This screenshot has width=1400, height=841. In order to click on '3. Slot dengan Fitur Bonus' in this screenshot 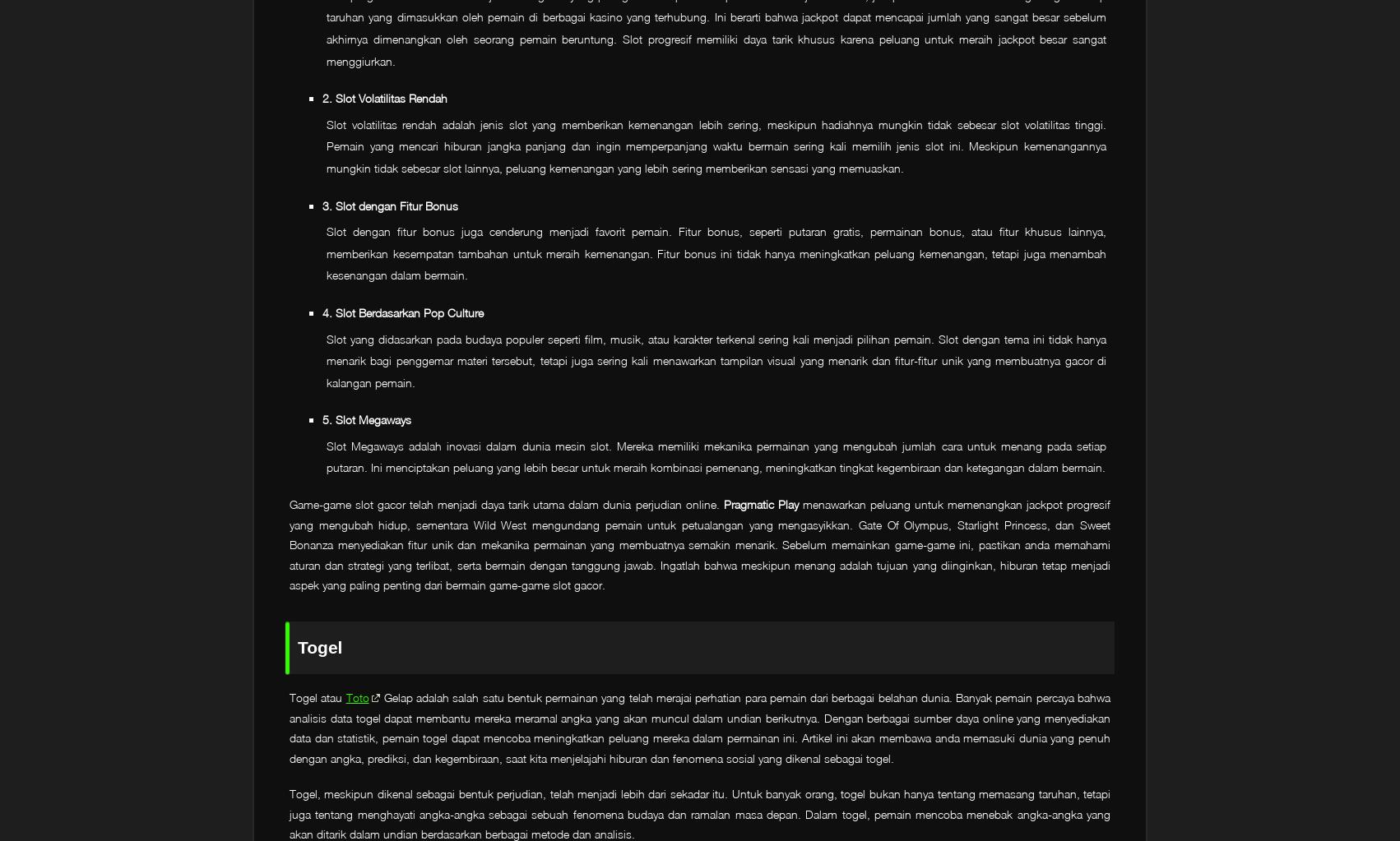, I will do `click(389, 205)`.